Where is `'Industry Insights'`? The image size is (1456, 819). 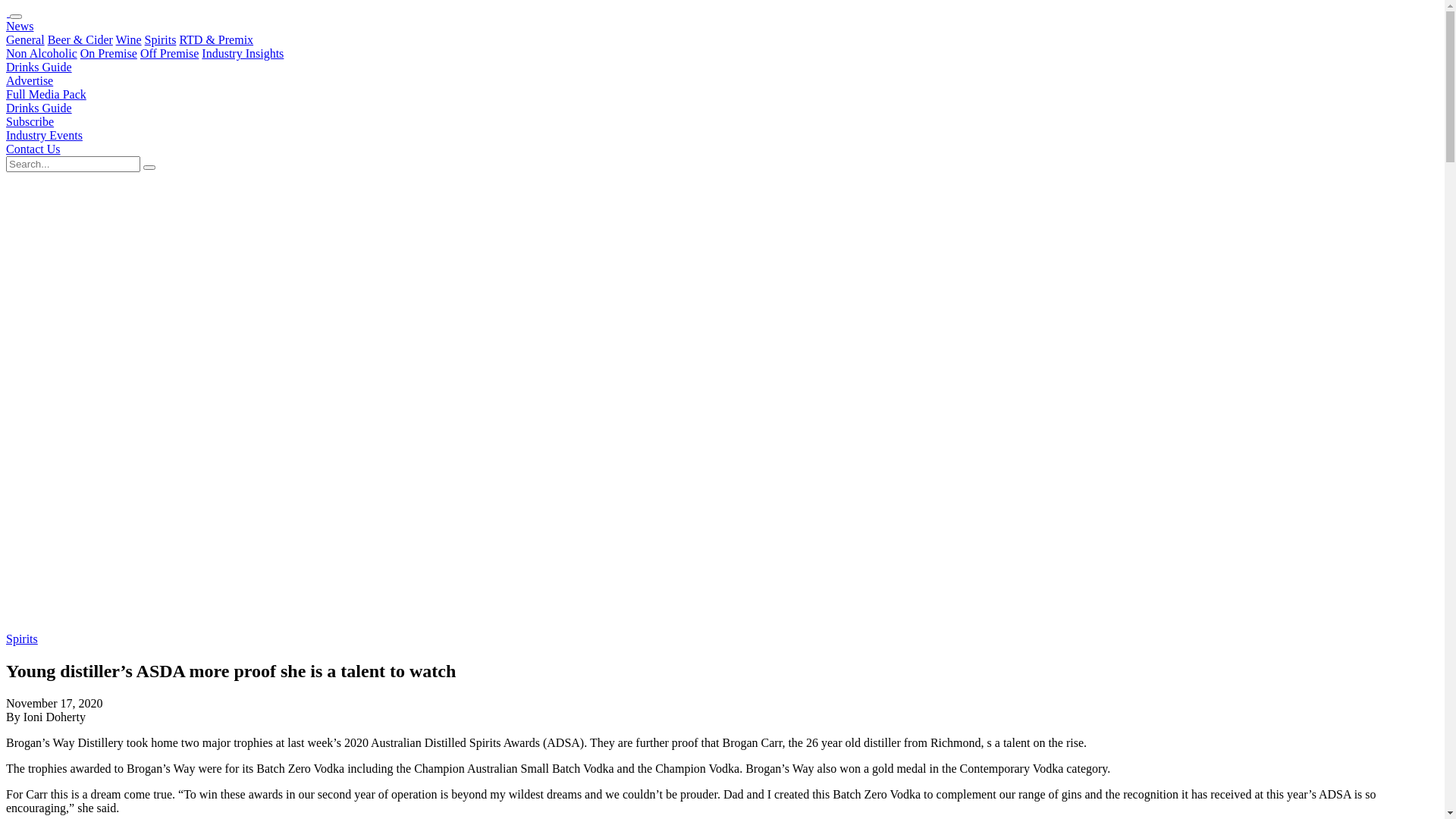 'Industry Insights' is located at coordinates (243, 52).